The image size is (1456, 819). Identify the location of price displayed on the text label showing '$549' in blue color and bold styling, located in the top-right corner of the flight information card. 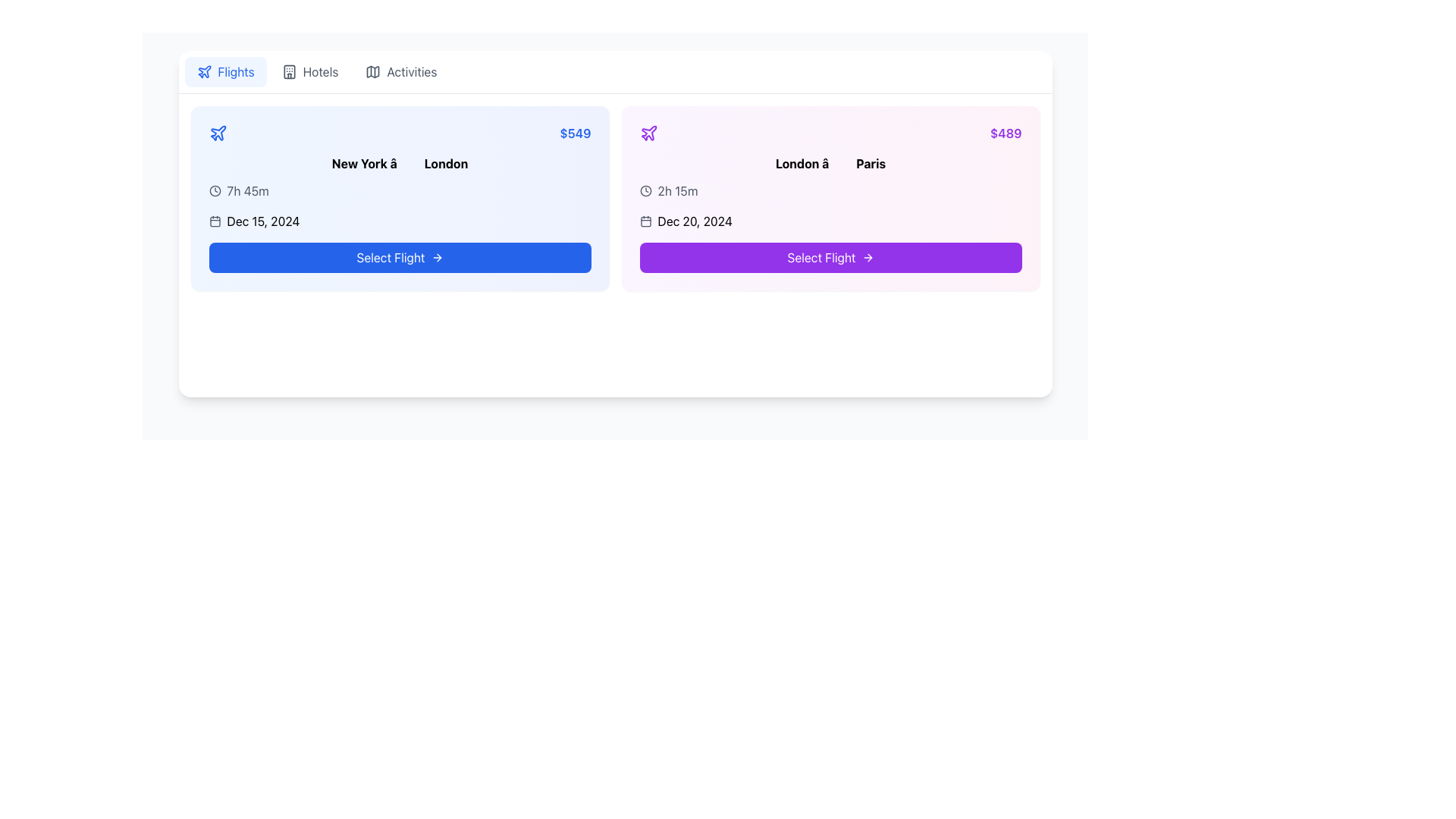
(574, 133).